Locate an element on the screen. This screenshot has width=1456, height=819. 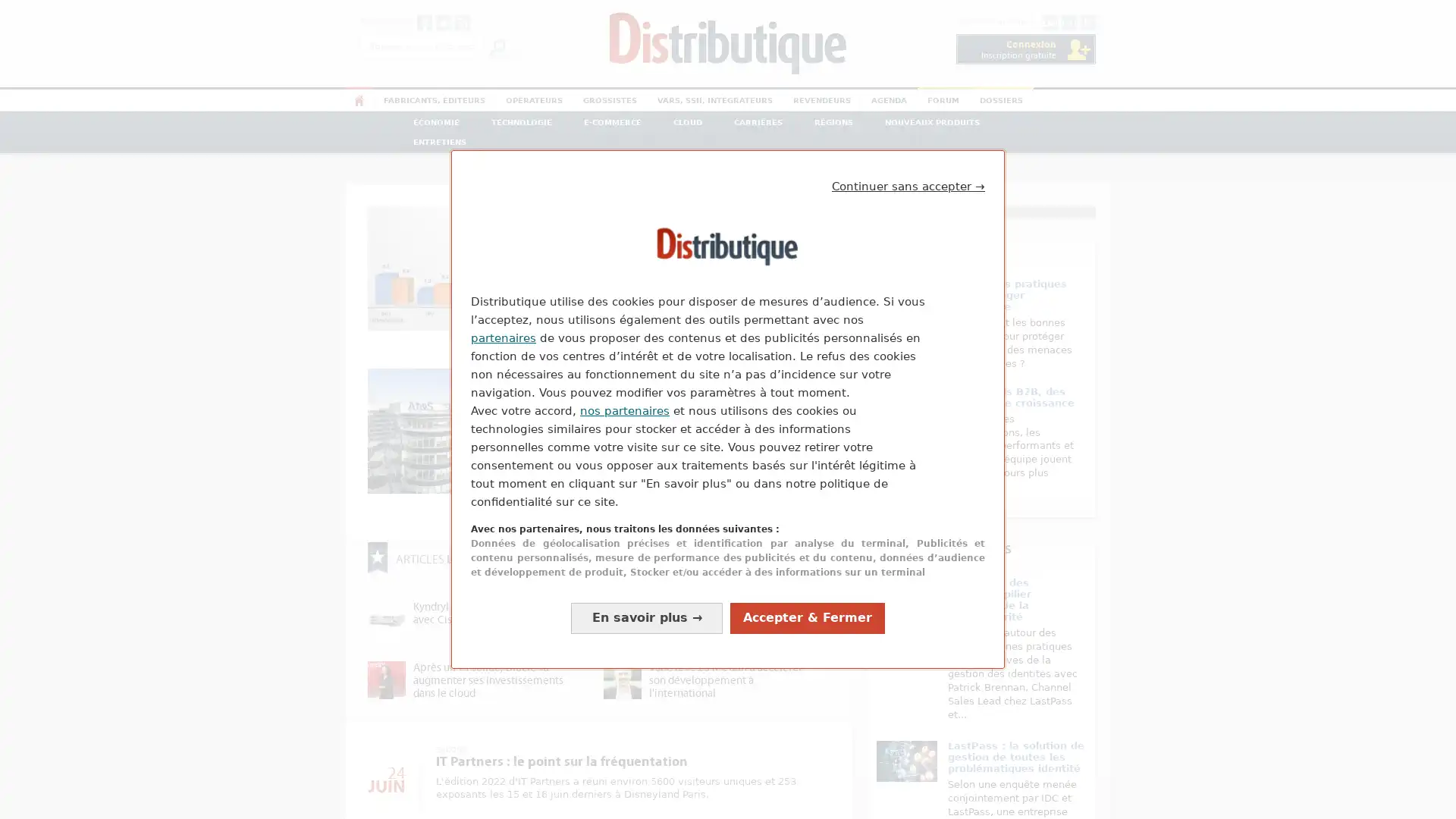
Continuer sans accepter is located at coordinates (908, 186).